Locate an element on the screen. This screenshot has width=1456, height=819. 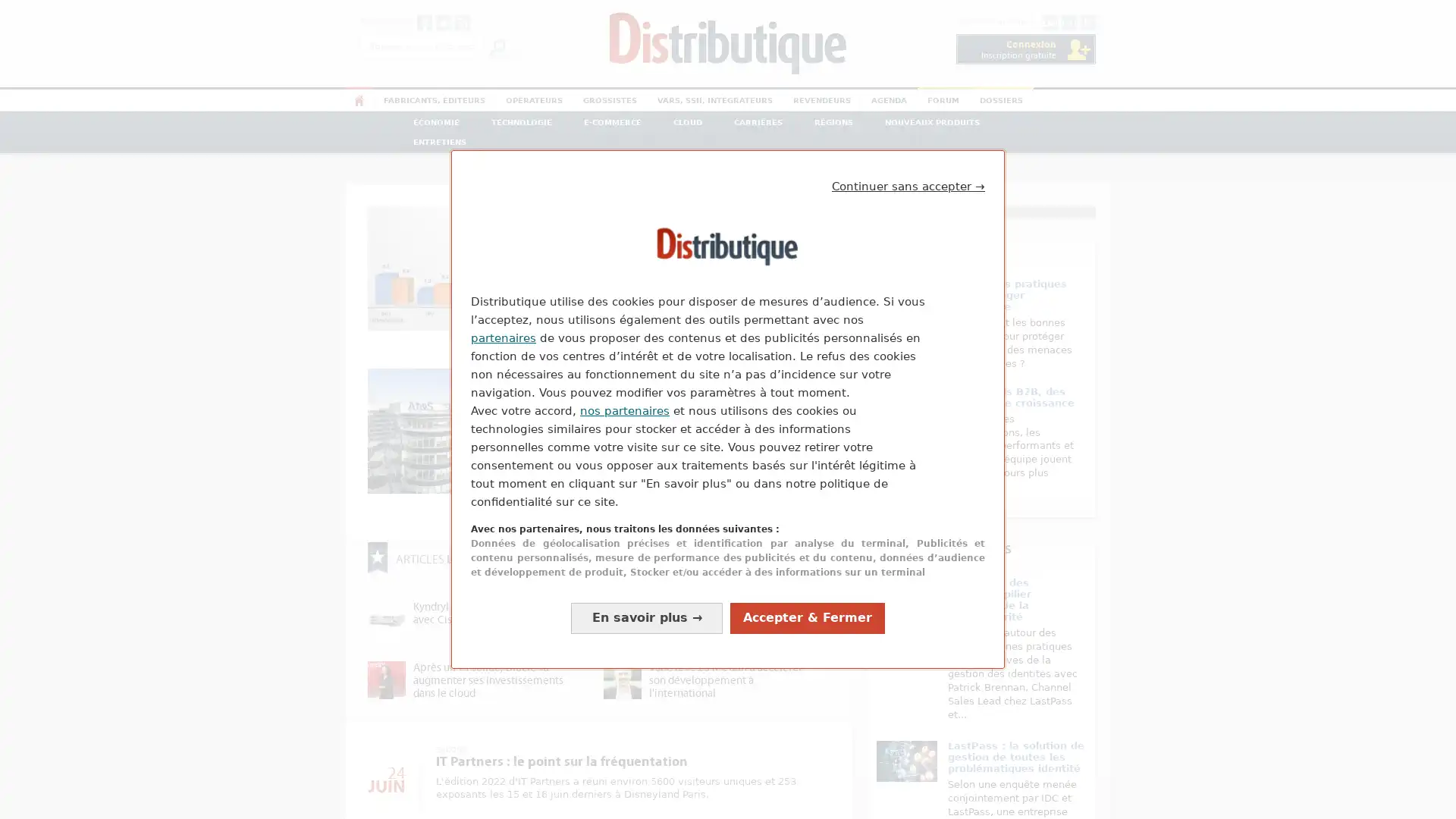
Continuer sans accepter is located at coordinates (908, 186).